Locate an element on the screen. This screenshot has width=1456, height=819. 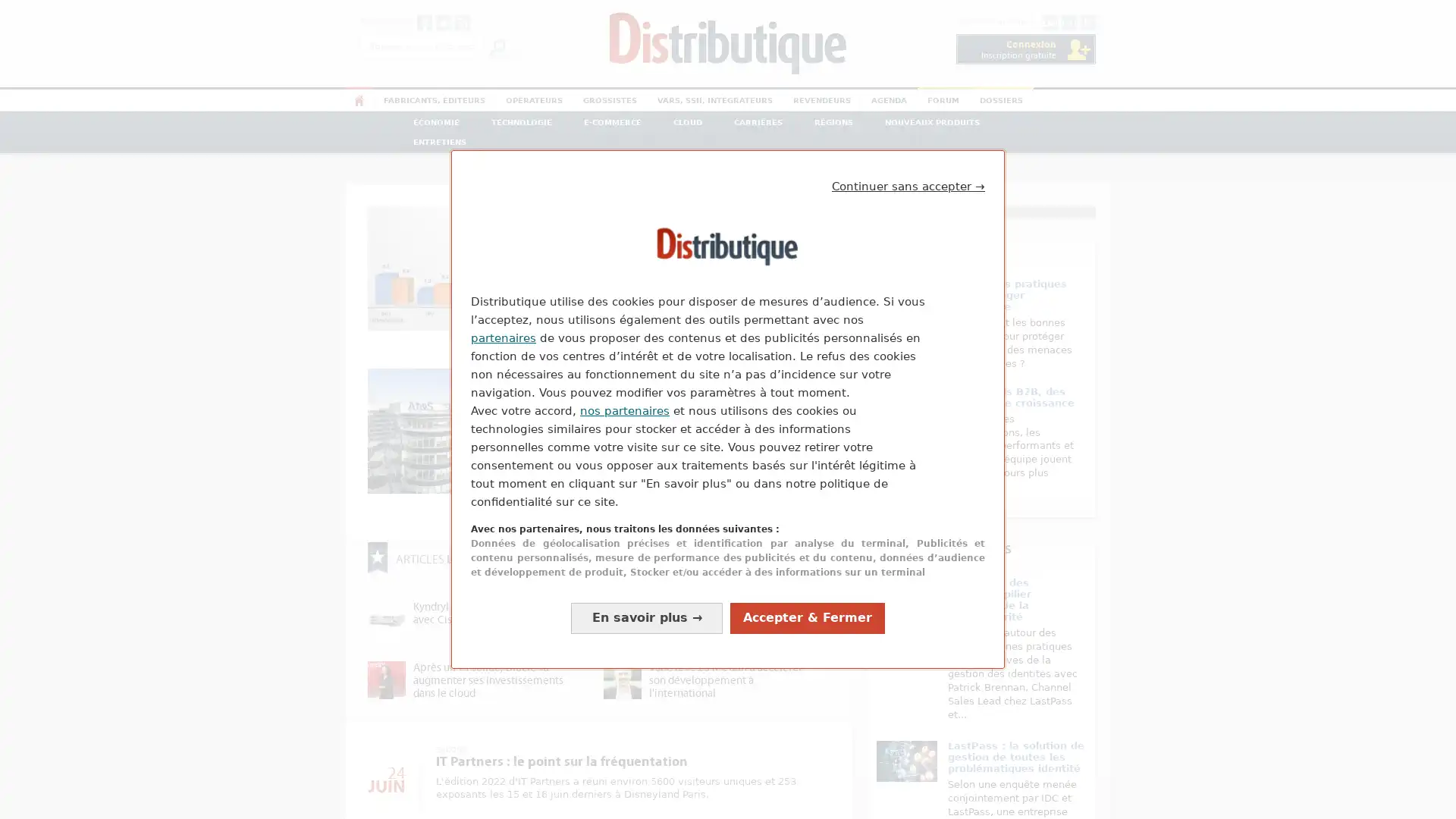
Continuer sans accepter is located at coordinates (908, 186).